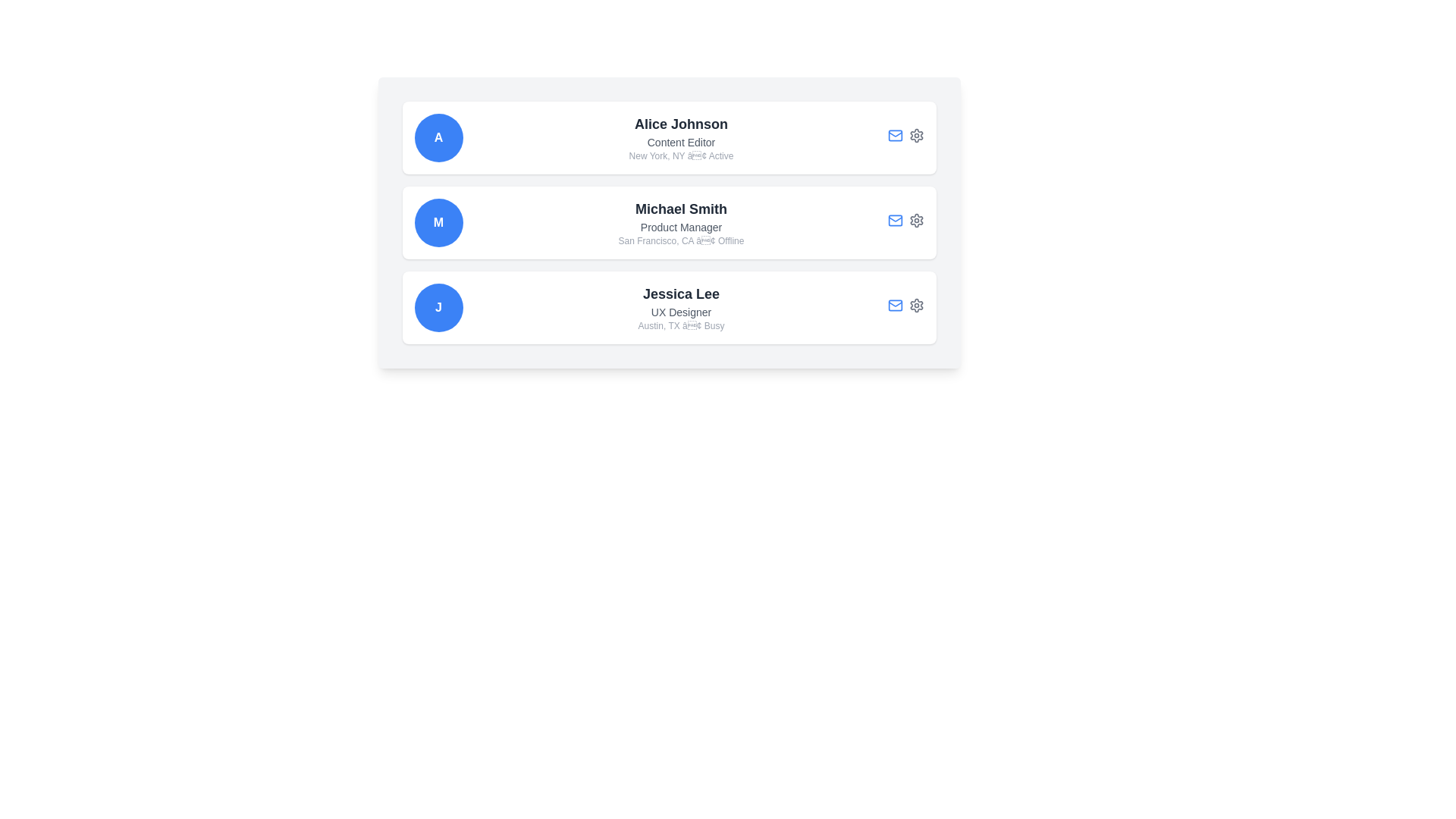 The width and height of the screenshot is (1456, 819). Describe the element at coordinates (895, 134) in the screenshot. I see `the email icon button located in the first card of the vertical list` at that location.